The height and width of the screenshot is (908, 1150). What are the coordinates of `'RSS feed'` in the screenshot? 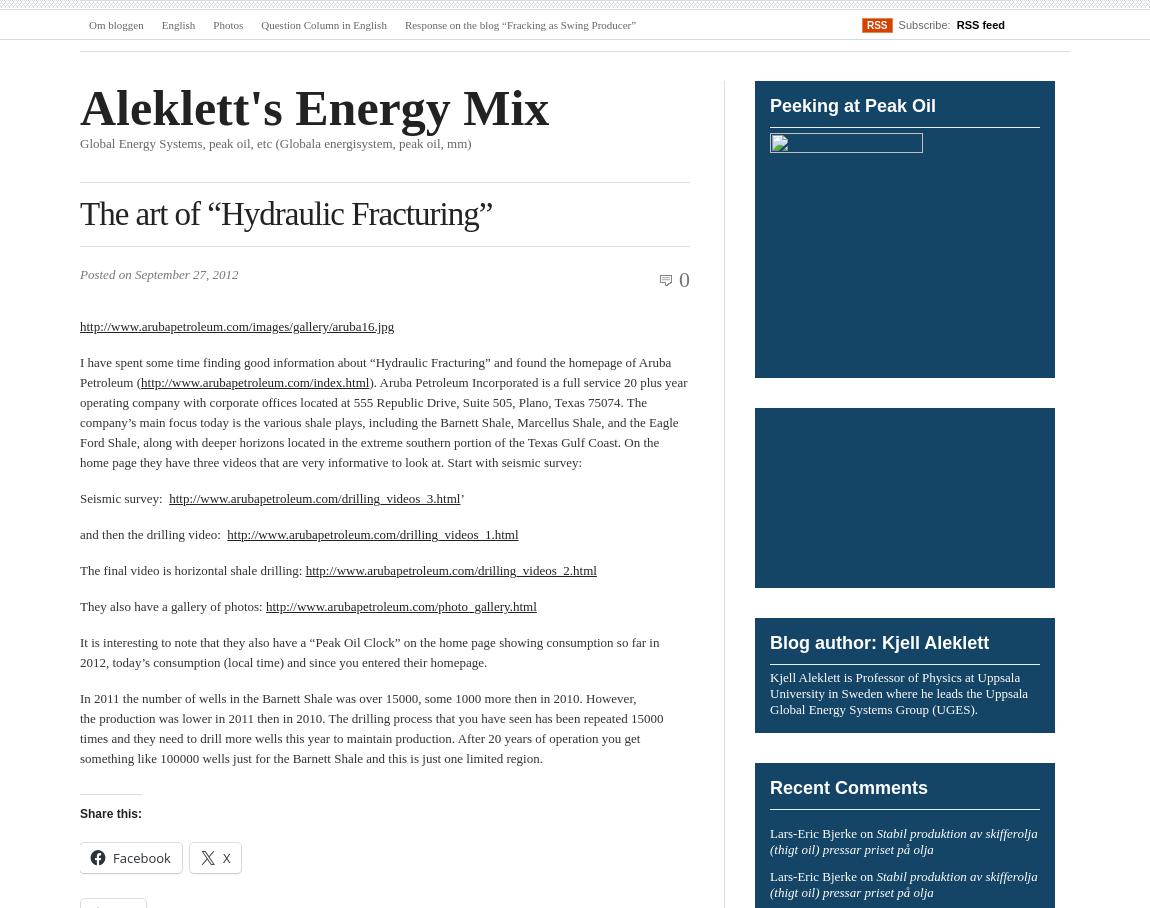 It's located at (980, 23).